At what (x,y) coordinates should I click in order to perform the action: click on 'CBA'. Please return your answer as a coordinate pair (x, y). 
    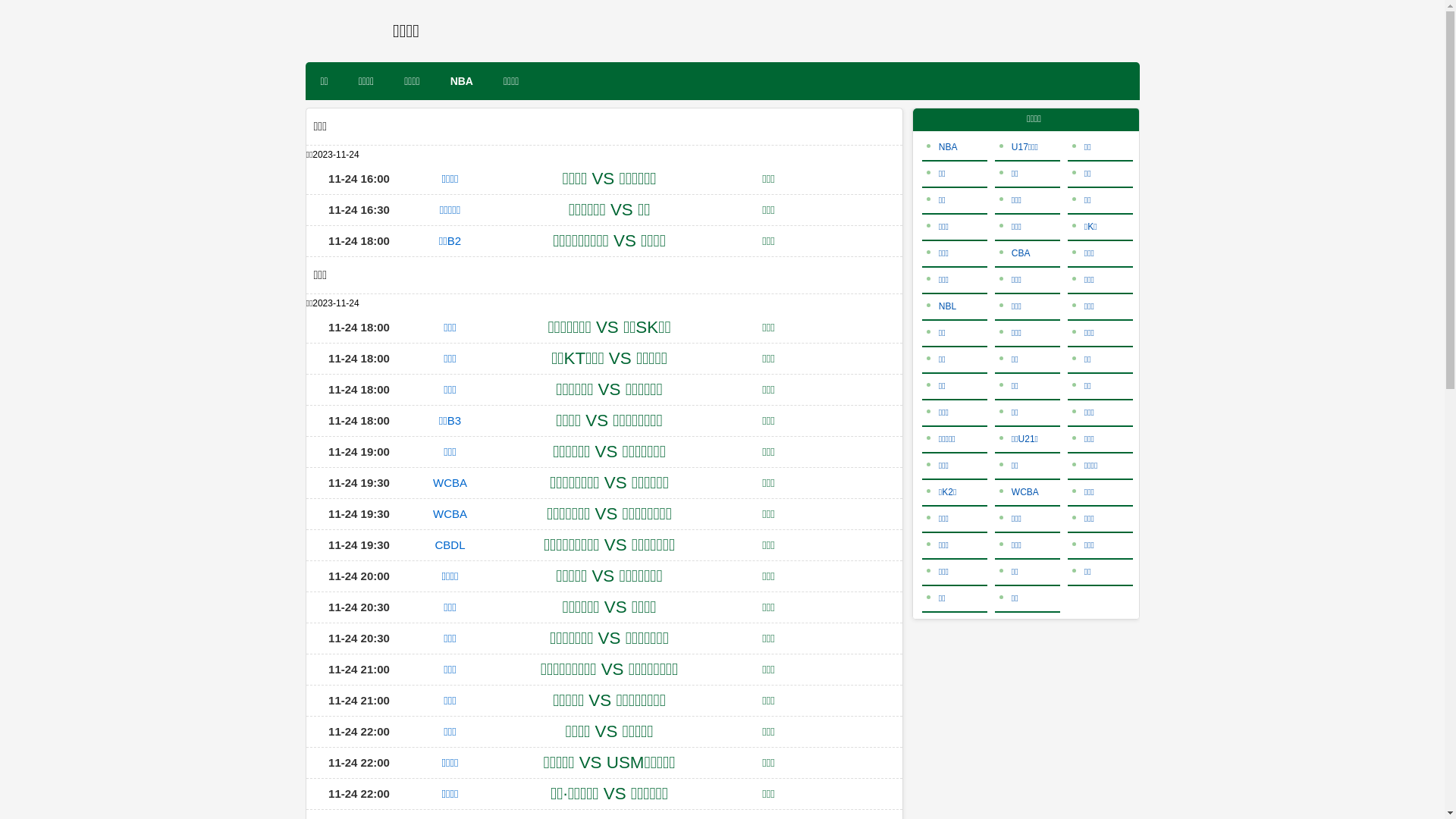
    Looking at the image, I should click on (1015, 253).